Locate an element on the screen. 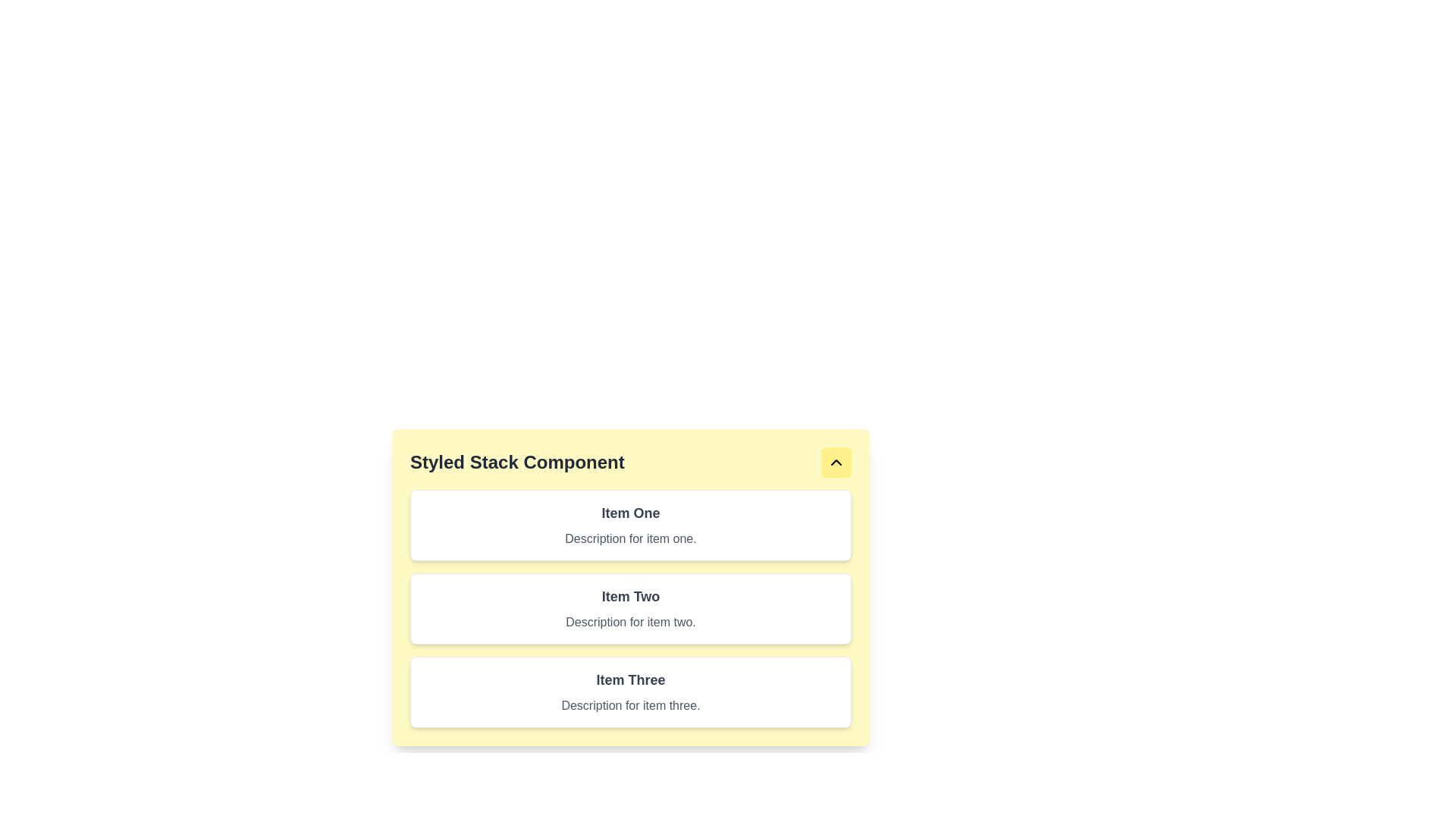 The height and width of the screenshot is (819, 1456). the static text label that reads 'Description for item one.' which is styled with a gray font and located below the heading 'Item One' in a card UI component is located at coordinates (630, 538).